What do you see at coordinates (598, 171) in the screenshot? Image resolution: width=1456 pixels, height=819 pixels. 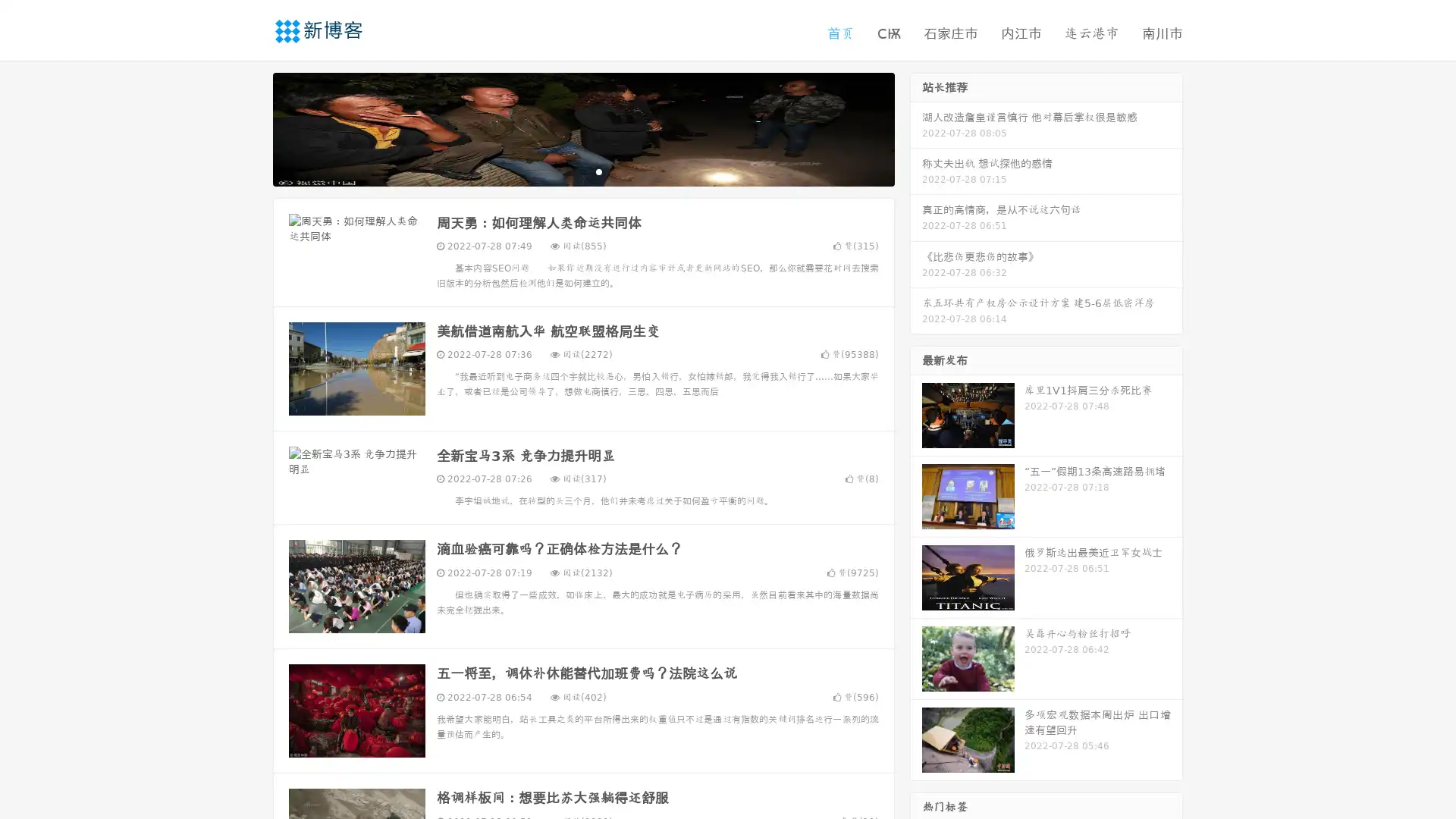 I see `Go to slide 3` at bounding box center [598, 171].